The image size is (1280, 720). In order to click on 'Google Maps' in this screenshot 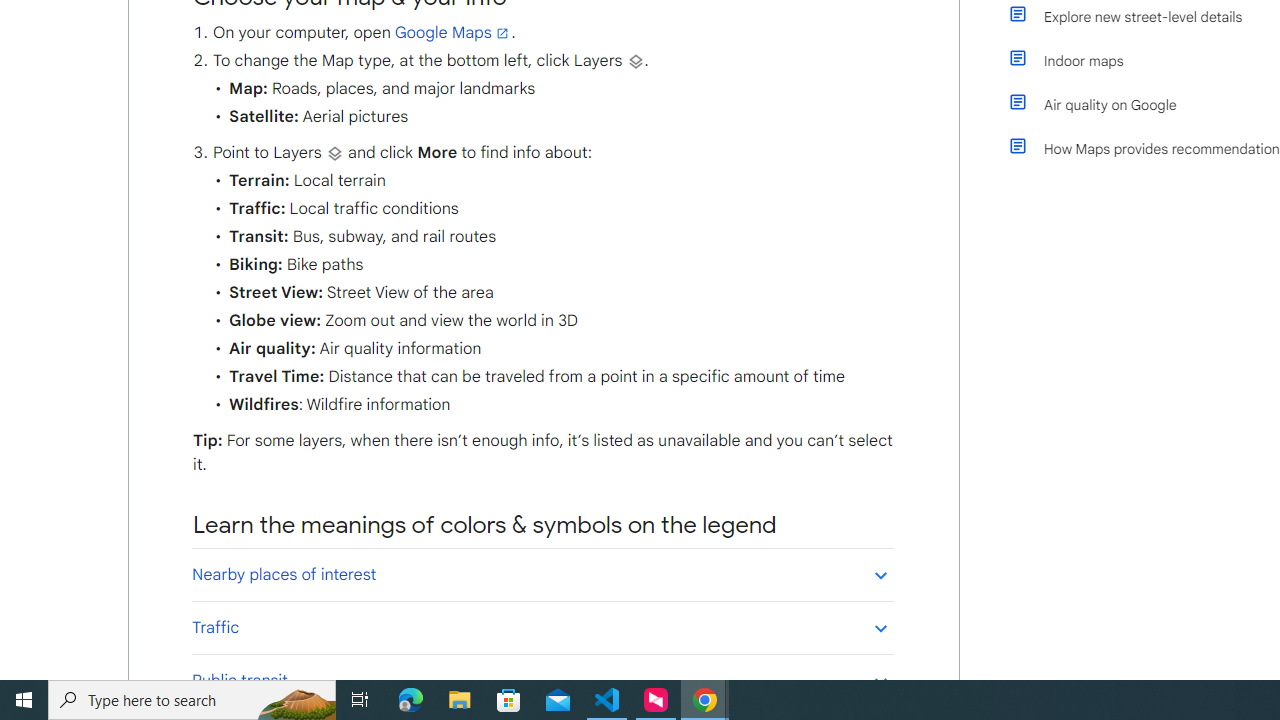, I will do `click(452, 33)`.